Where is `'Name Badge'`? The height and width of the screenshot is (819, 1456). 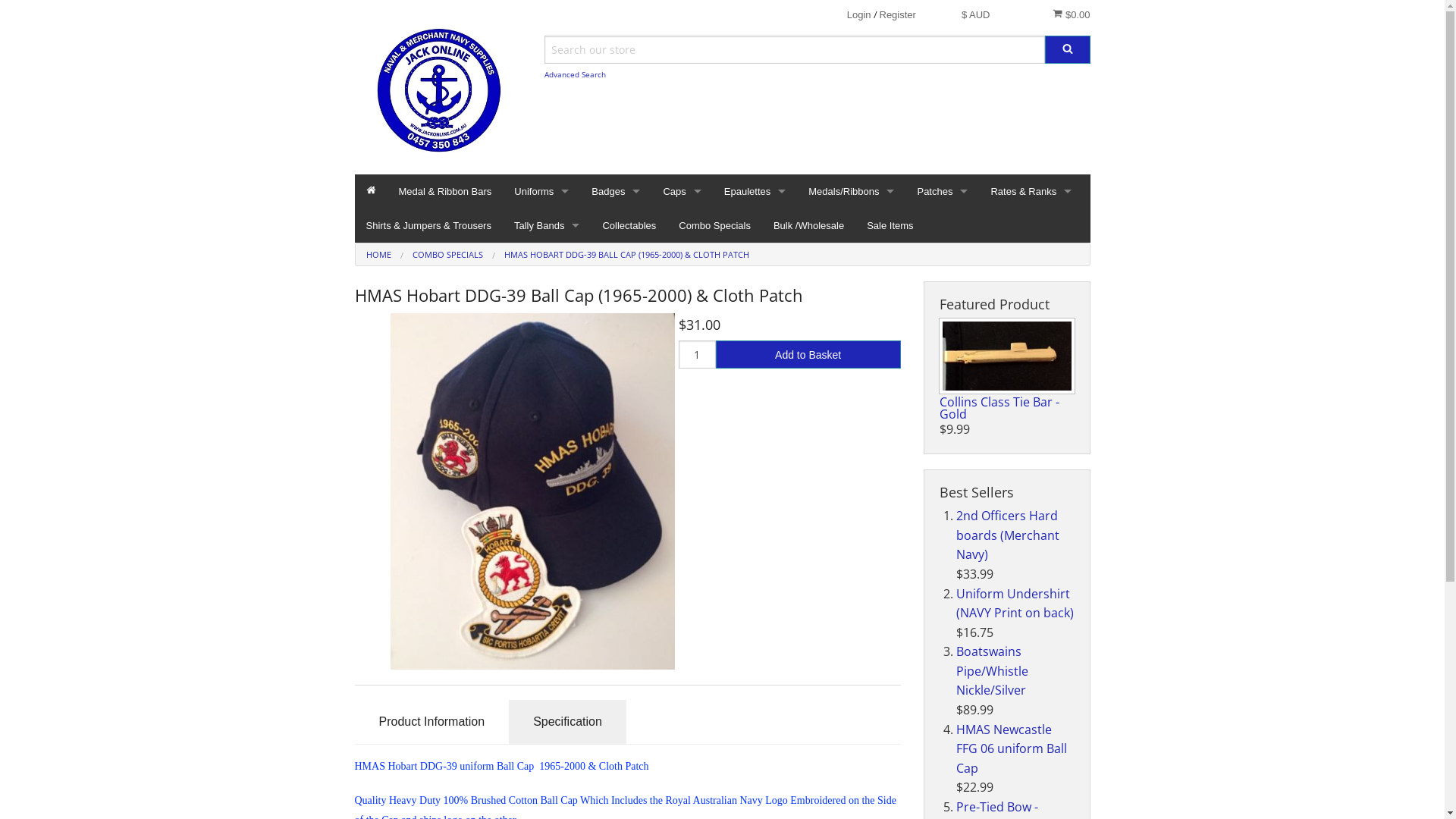 'Name Badge' is located at coordinates (541, 448).